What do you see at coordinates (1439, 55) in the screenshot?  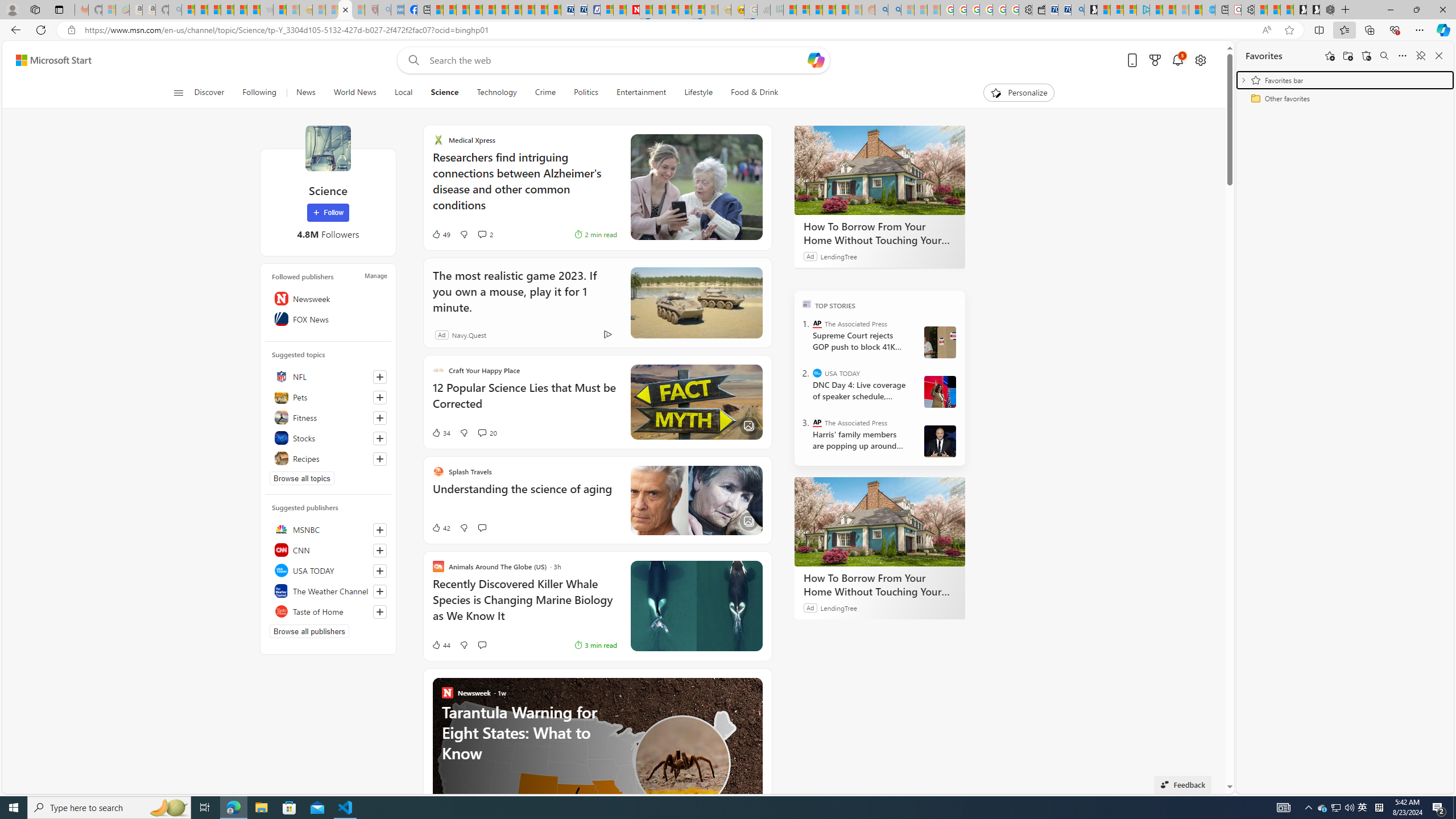 I see `'Close favorites'` at bounding box center [1439, 55].